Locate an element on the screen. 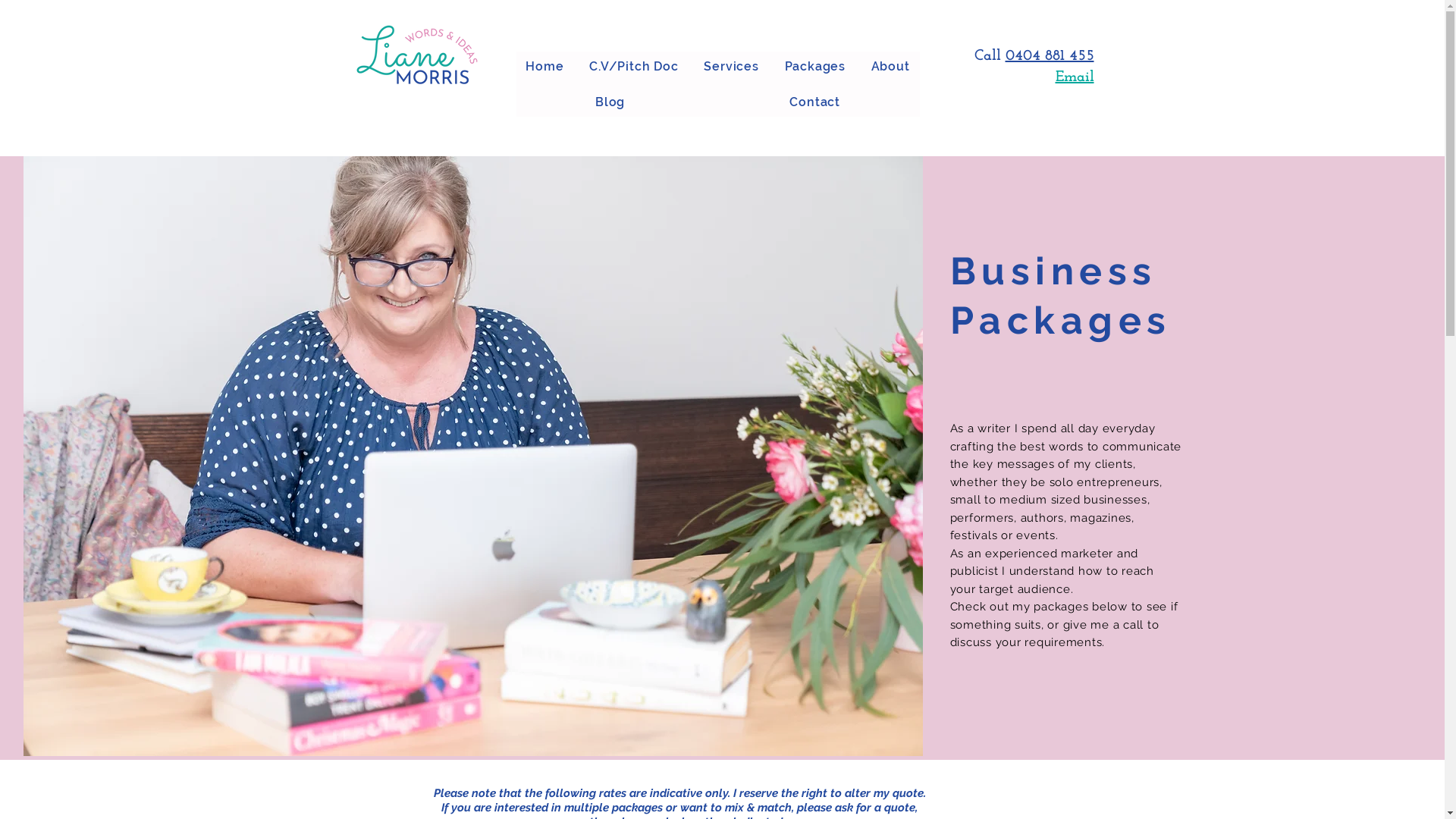 Image resolution: width=1456 pixels, height=819 pixels. '0404 881 455' is located at coordinates (1005, 55).